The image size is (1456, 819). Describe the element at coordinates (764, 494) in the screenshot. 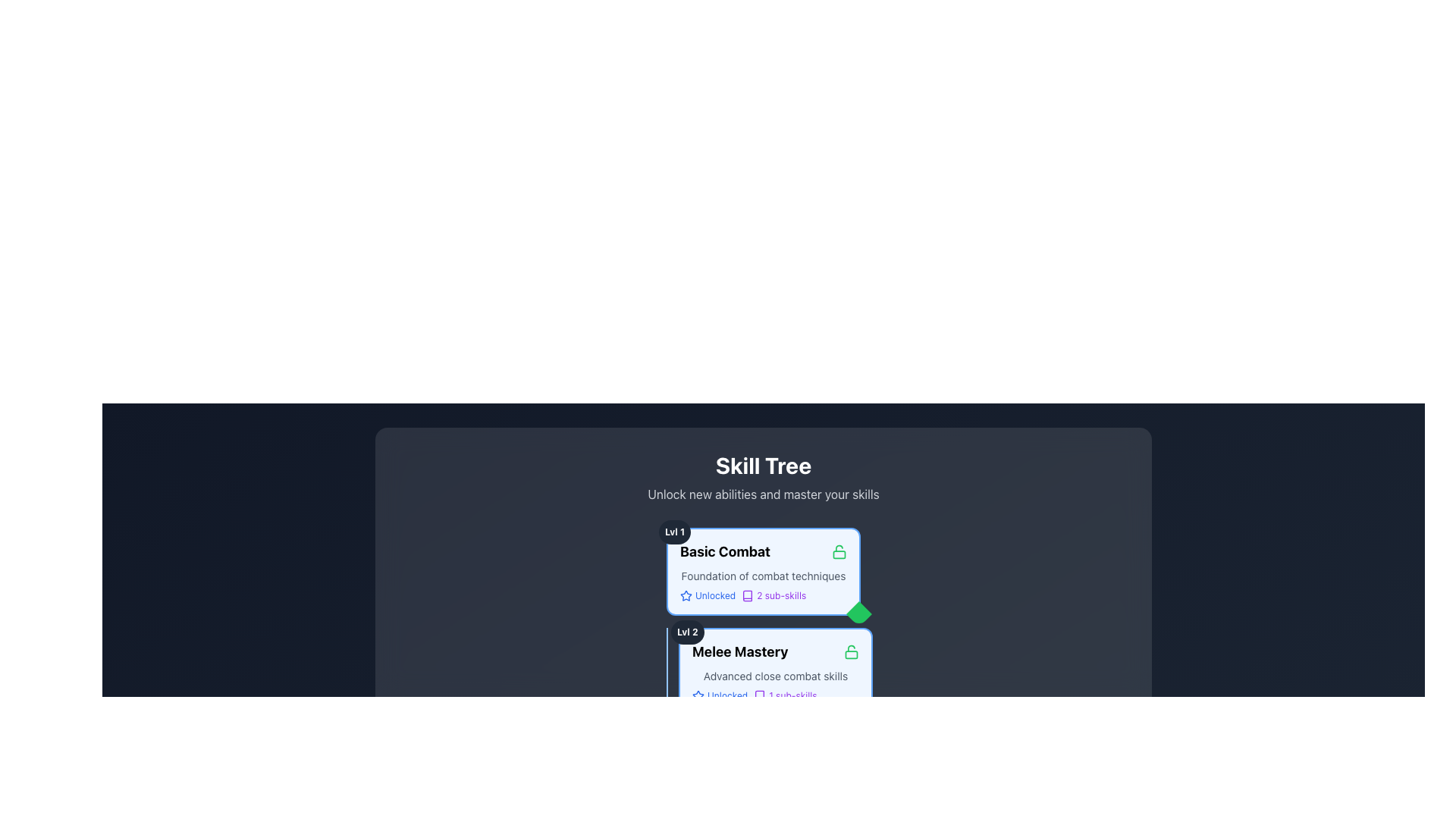

I see `the descriptive subtitle located beneath the 'Skill Tree' header` at that location.